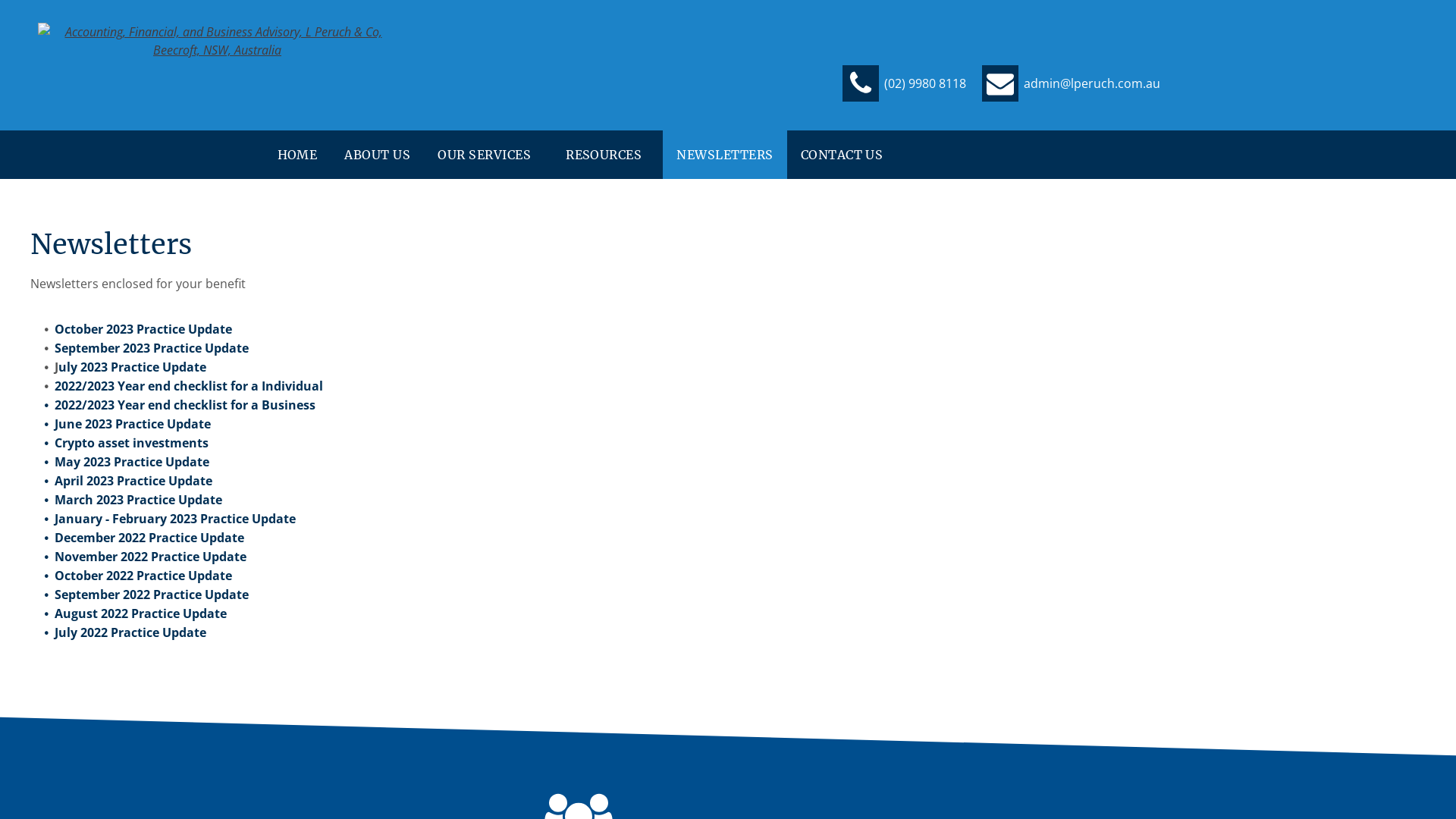  Describe the element at coordinates (188, 385) in the screenshot. I see `'2022/2023 Year end checklist for a Individual'` at that location.